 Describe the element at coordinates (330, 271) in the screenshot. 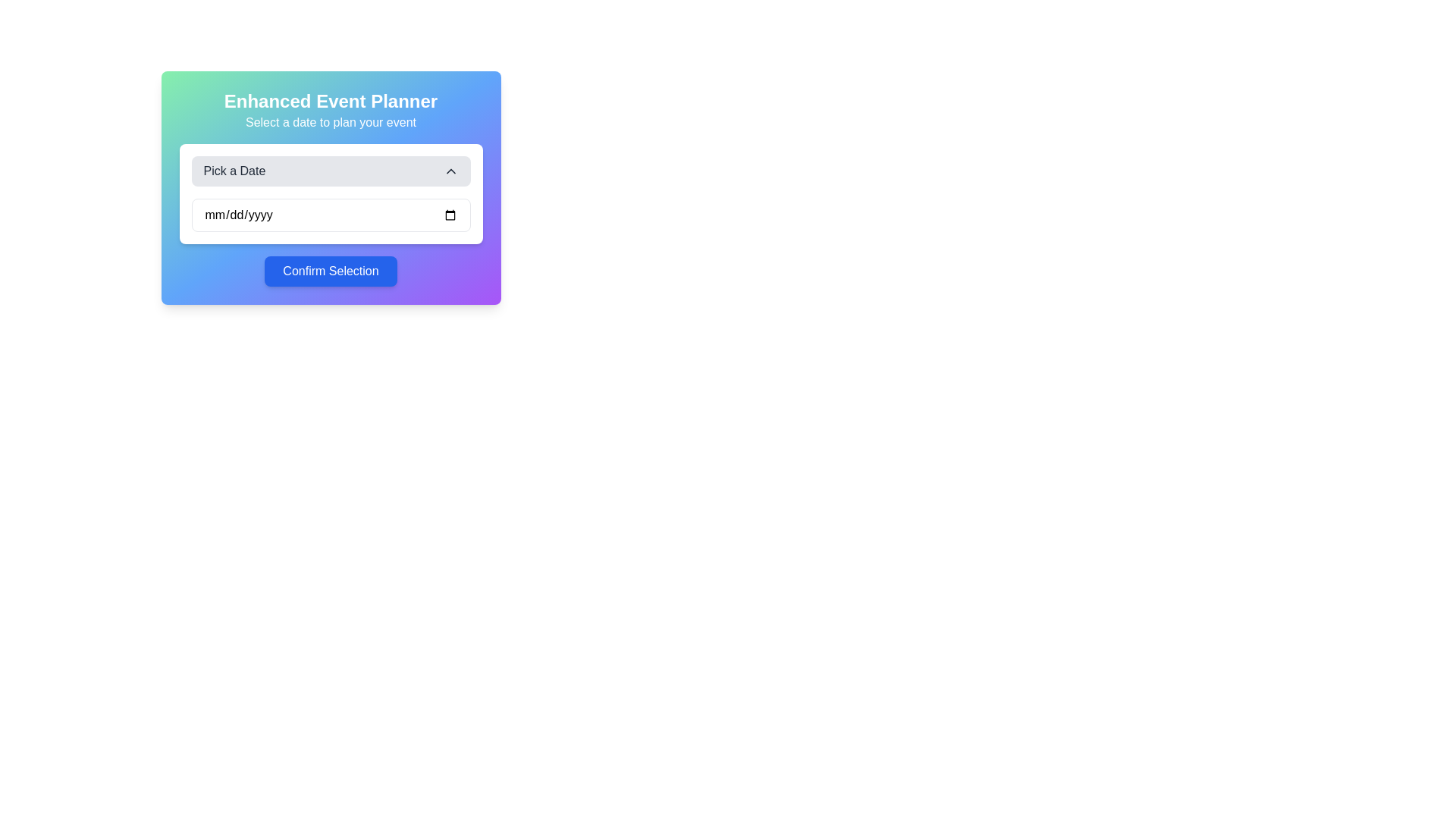

I see `the confirmation button located at the bottom of the card-like panel with a gradient background` at that location.